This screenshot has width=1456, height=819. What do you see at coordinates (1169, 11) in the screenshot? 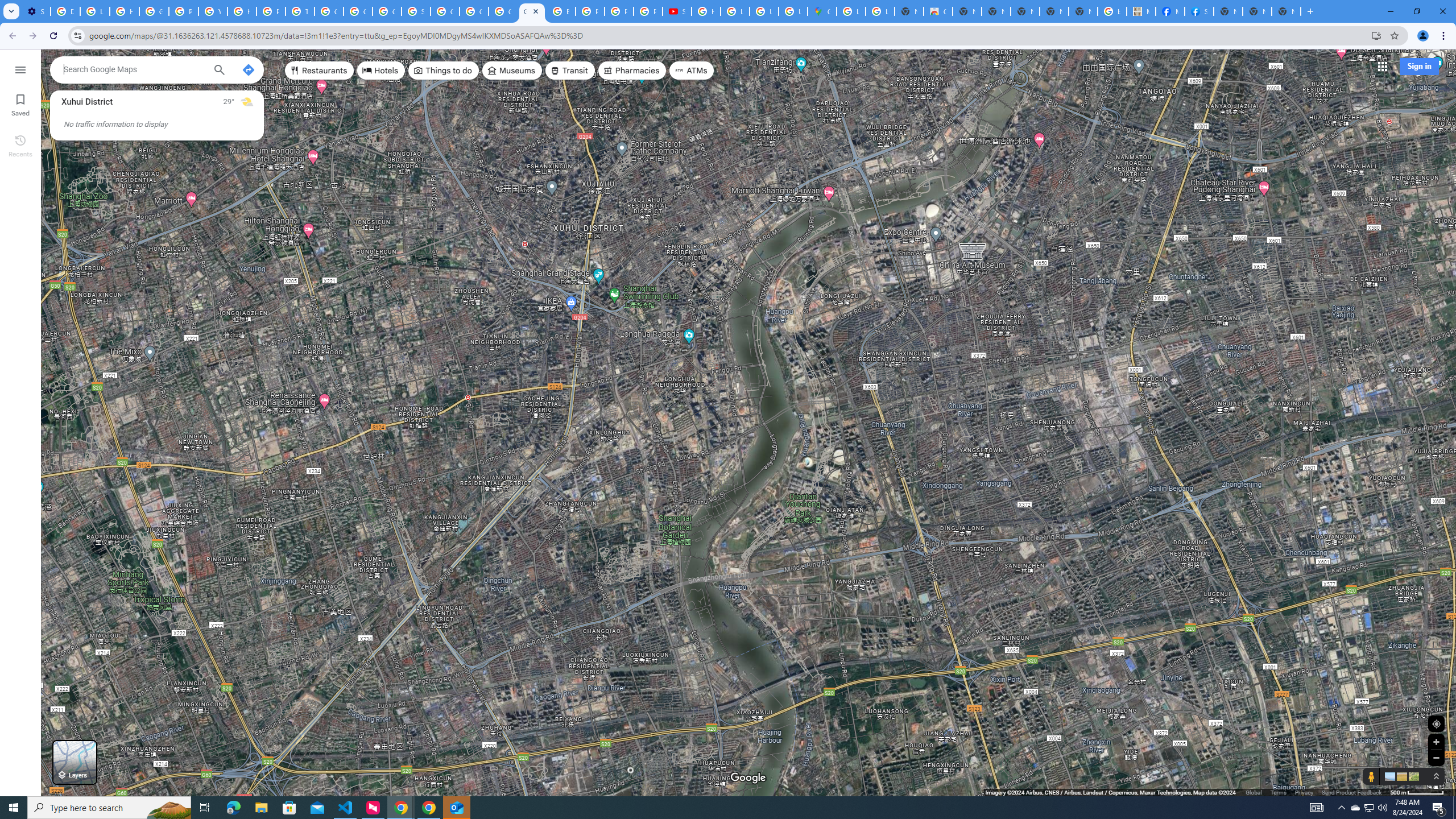
I see `'Miley Cyrus | Facebook'` at bounding box center [1169, 11].